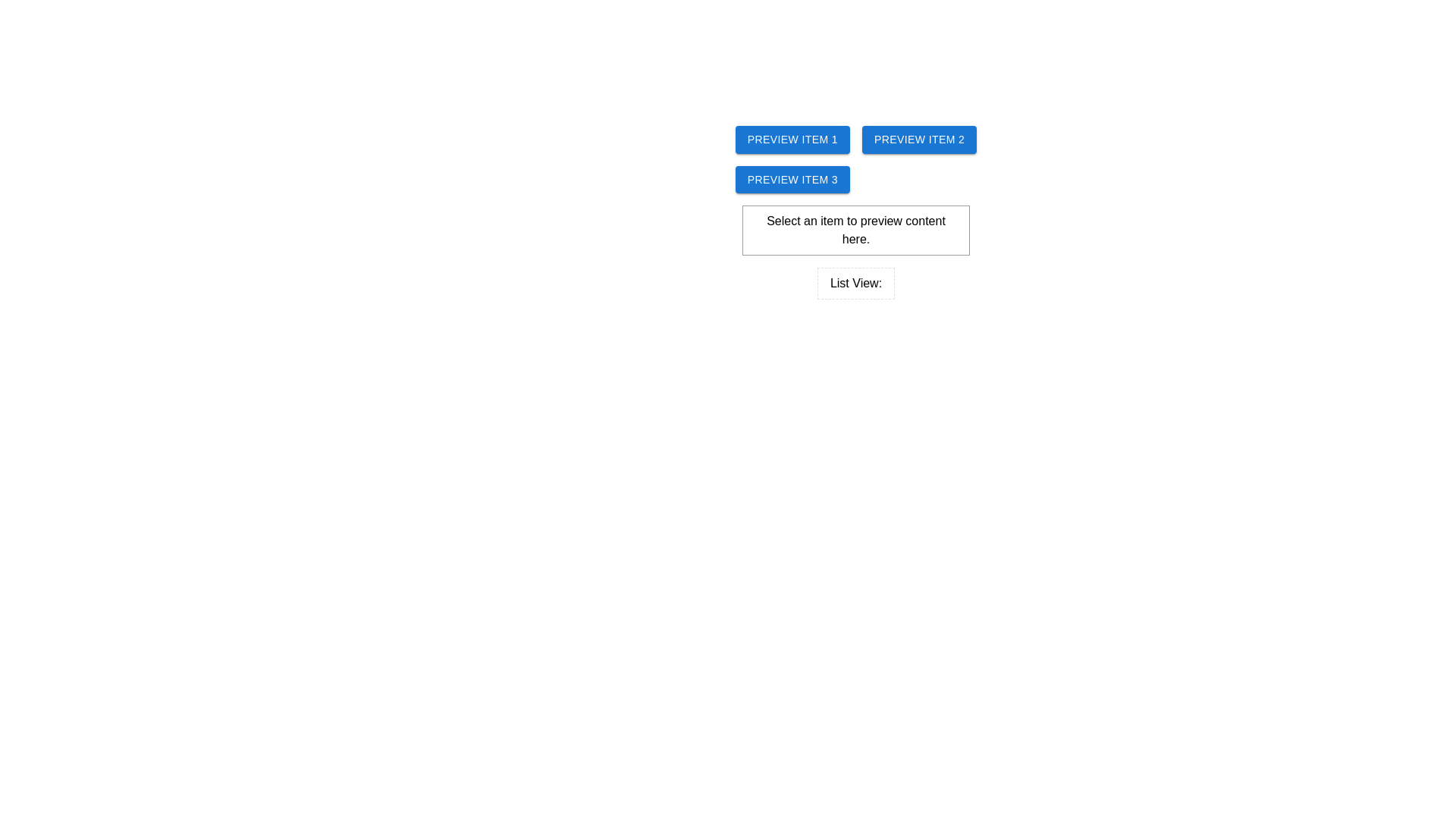  I want to click on the first button in the grid layout, so click(792, 140).